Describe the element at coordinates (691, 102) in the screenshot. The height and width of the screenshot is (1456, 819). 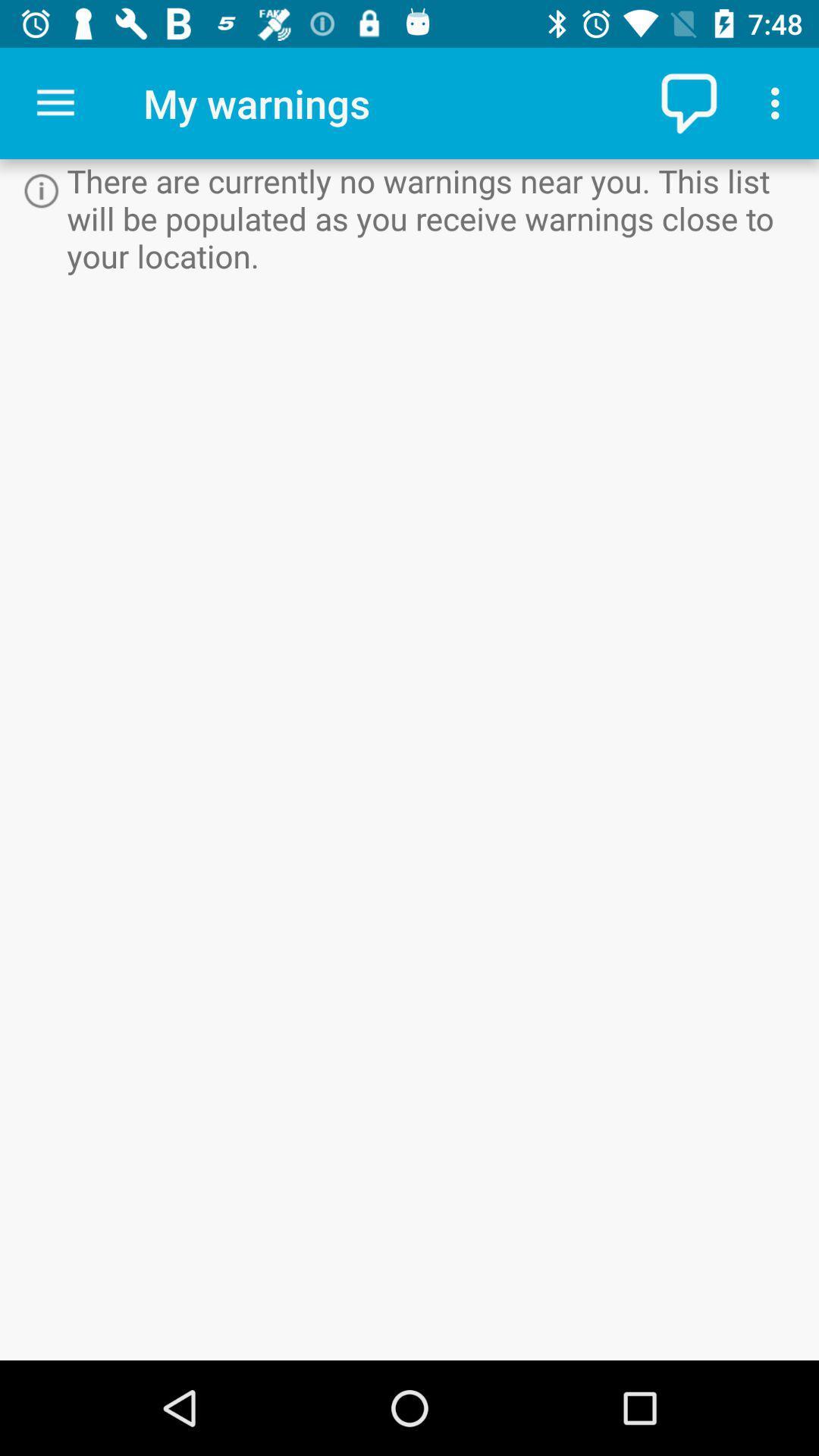
I see `icon to the right of my warnings` at that location.